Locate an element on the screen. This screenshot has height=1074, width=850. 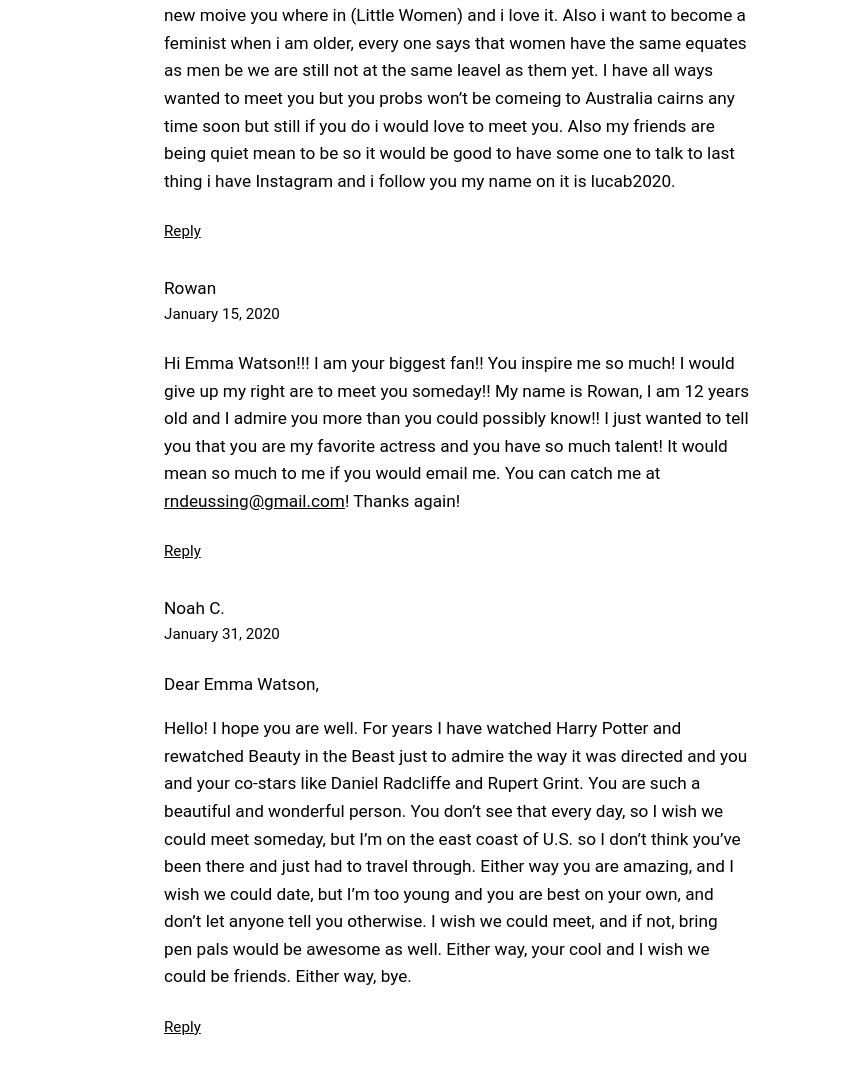
'rndeussing@gmail.com' is located at coordinates (163, 499).